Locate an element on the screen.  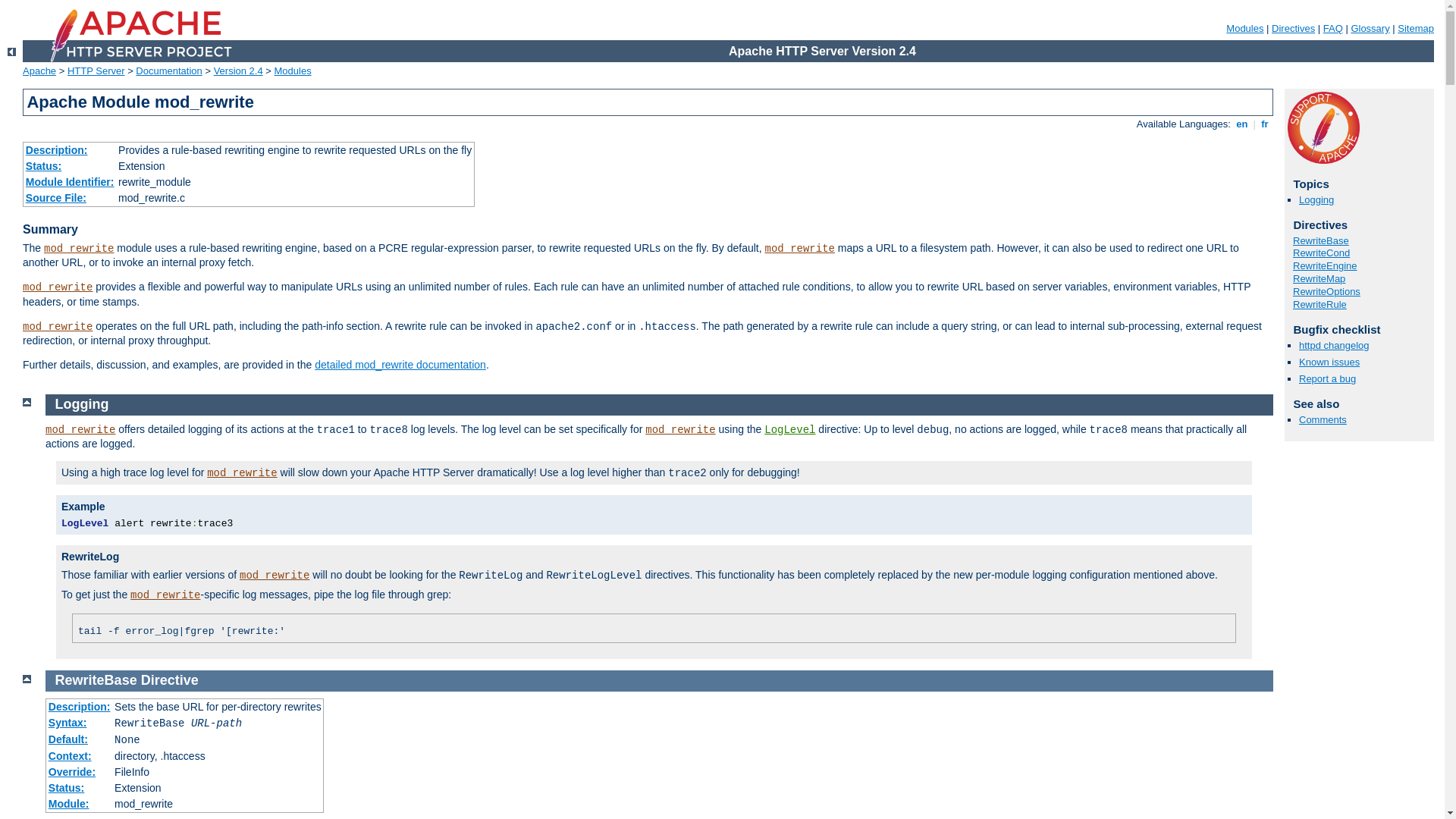
'RewriteOptions' is located at coordinates (1326, 291).